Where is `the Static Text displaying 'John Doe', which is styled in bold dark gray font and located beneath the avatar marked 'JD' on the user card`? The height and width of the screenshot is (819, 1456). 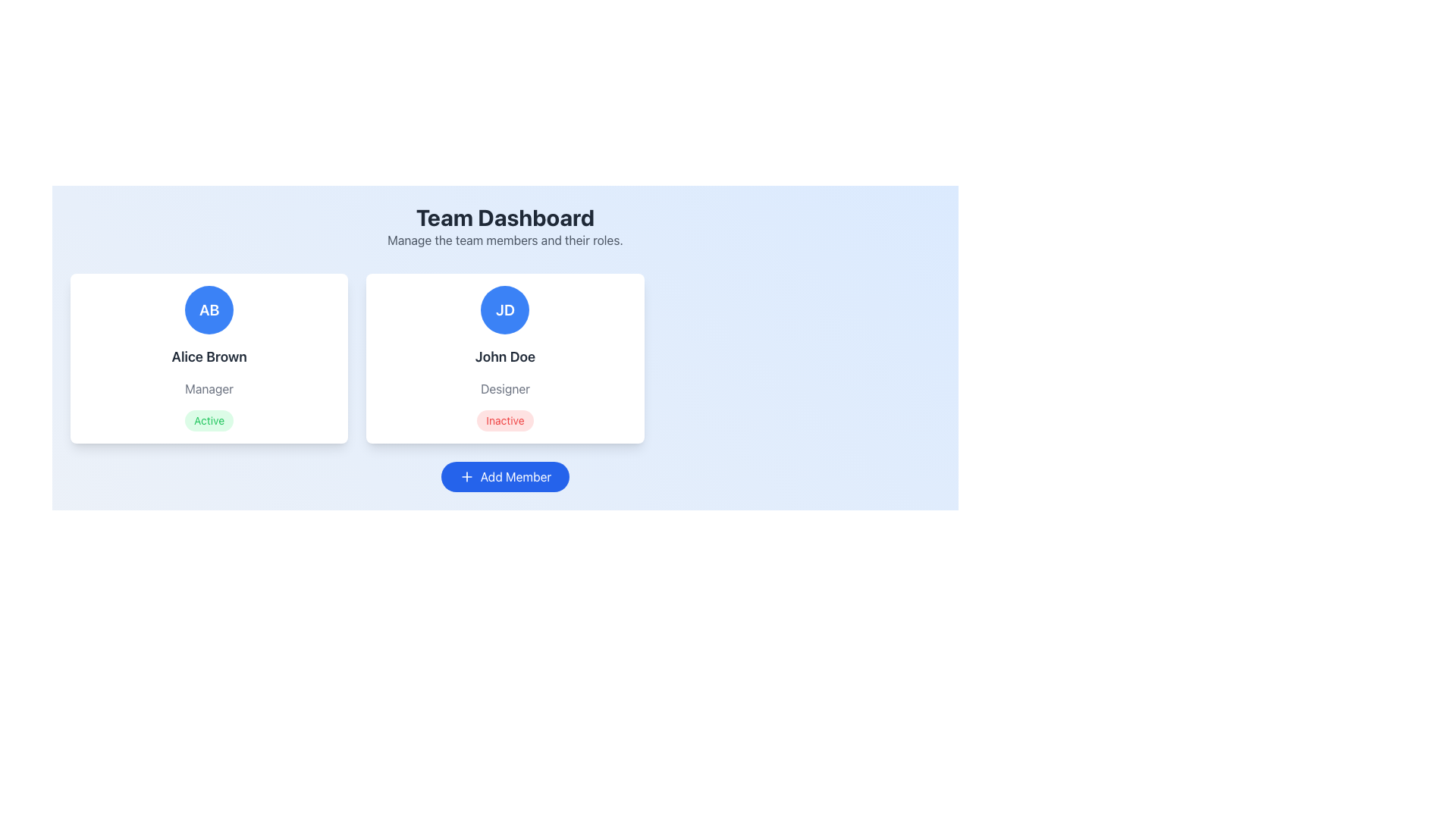
the Static Text displaying 'John Doe', which is styled in bold dark gray font and located beneath the avatar marked 'JD' on the user card is located at coordinates (505, 356).